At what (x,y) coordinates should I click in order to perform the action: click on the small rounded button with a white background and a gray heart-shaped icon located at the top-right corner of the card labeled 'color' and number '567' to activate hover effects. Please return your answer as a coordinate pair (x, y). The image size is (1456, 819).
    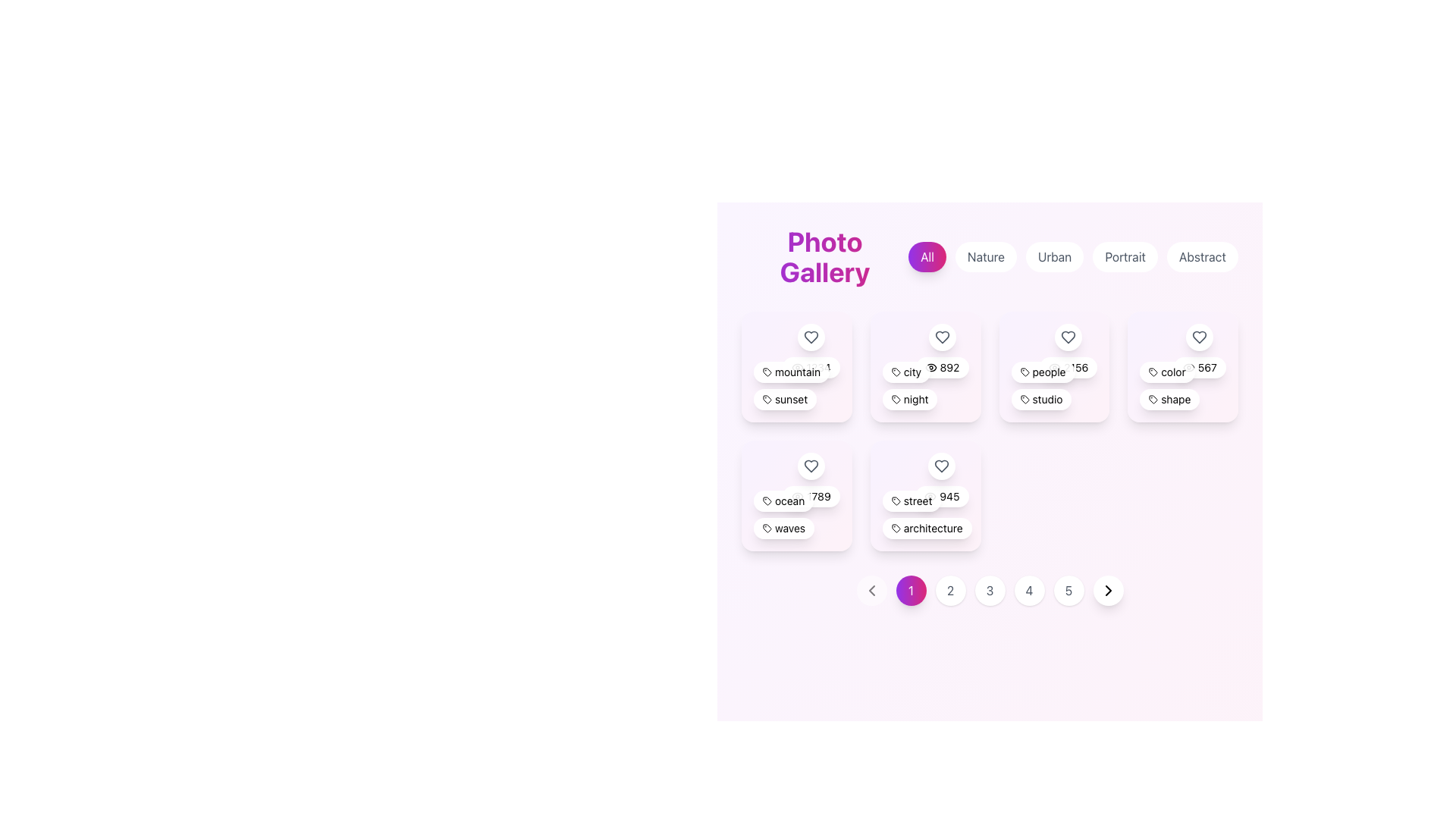
    Looking at the image, I should click on (1199, 336).